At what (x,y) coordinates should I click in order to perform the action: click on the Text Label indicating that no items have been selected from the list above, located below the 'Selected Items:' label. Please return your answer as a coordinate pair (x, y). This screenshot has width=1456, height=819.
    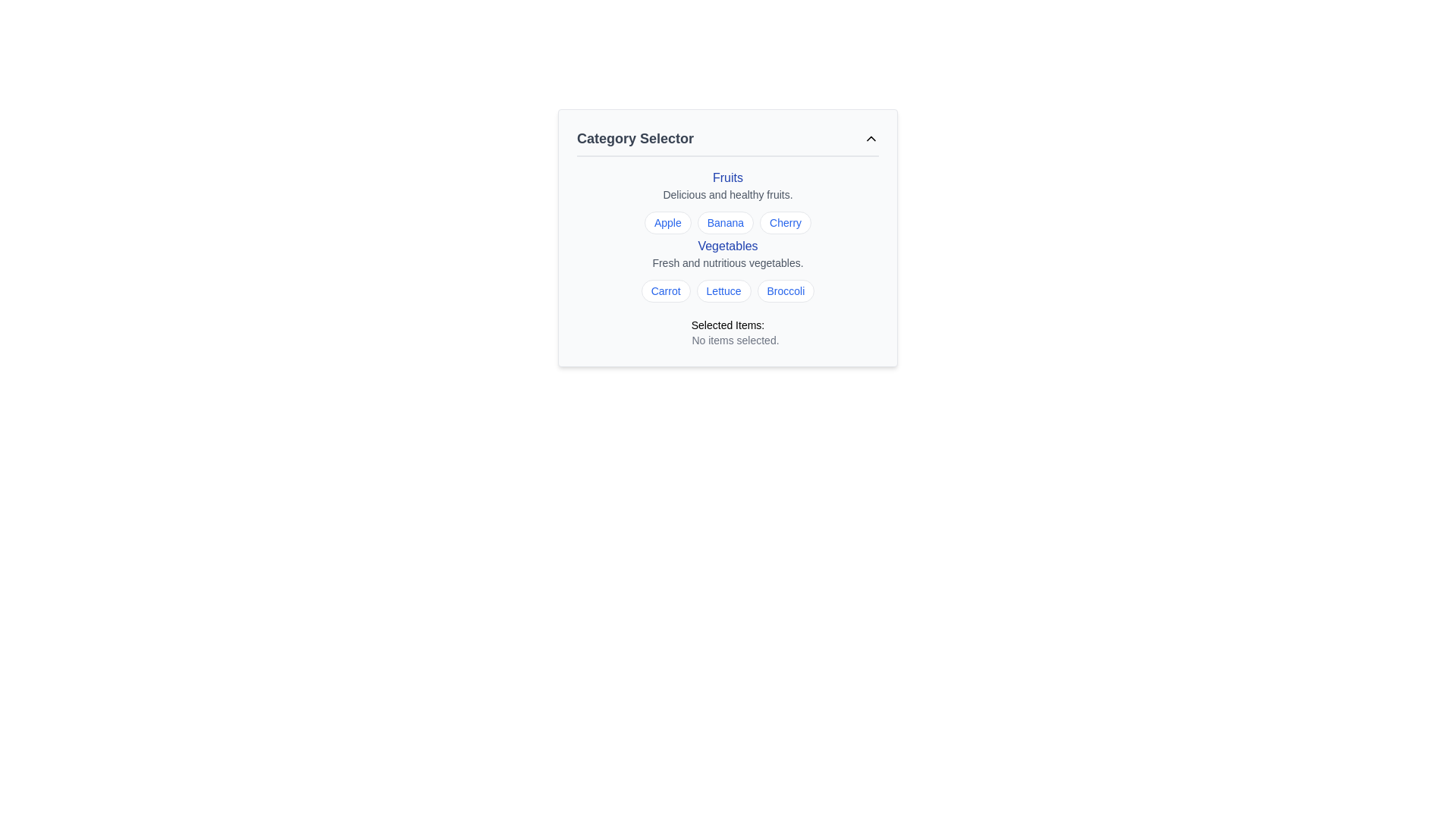
    Looking at the image, I should click on (728, 339).